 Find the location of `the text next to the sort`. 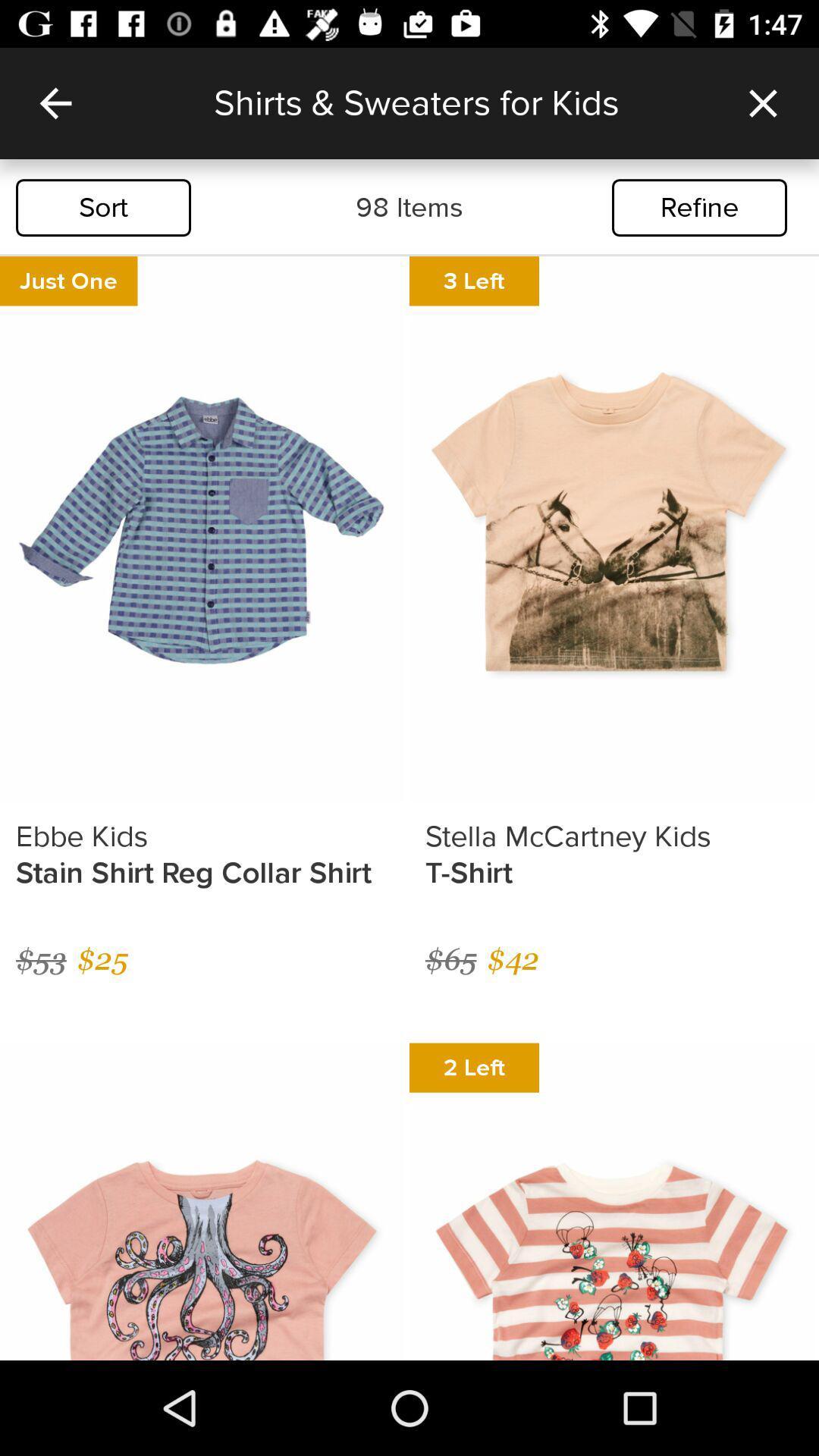

the text next to the sort is located at coordinates (409, 206).